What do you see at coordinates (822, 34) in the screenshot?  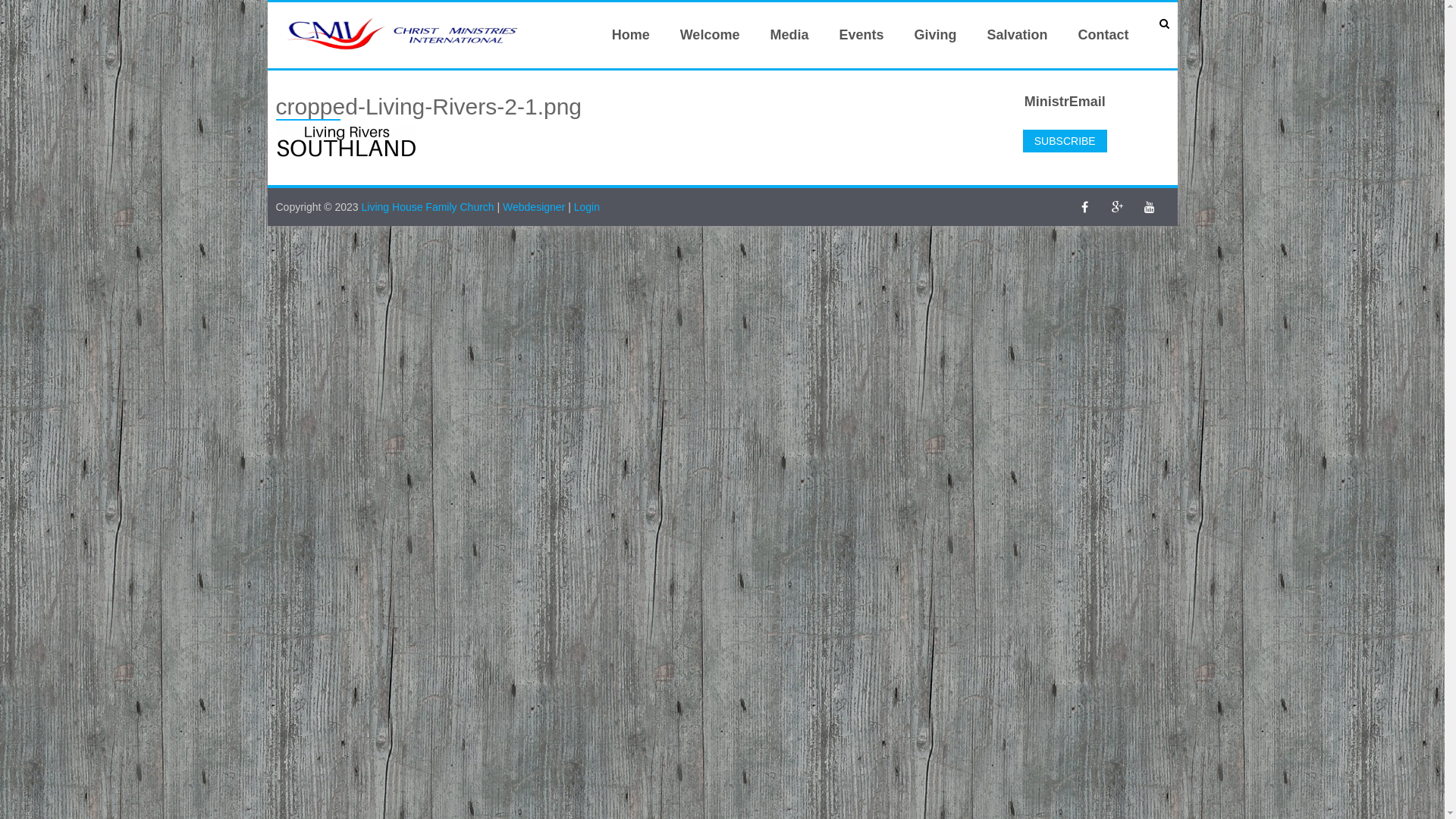 I see `'Events'` at bounding box center [822, 34].